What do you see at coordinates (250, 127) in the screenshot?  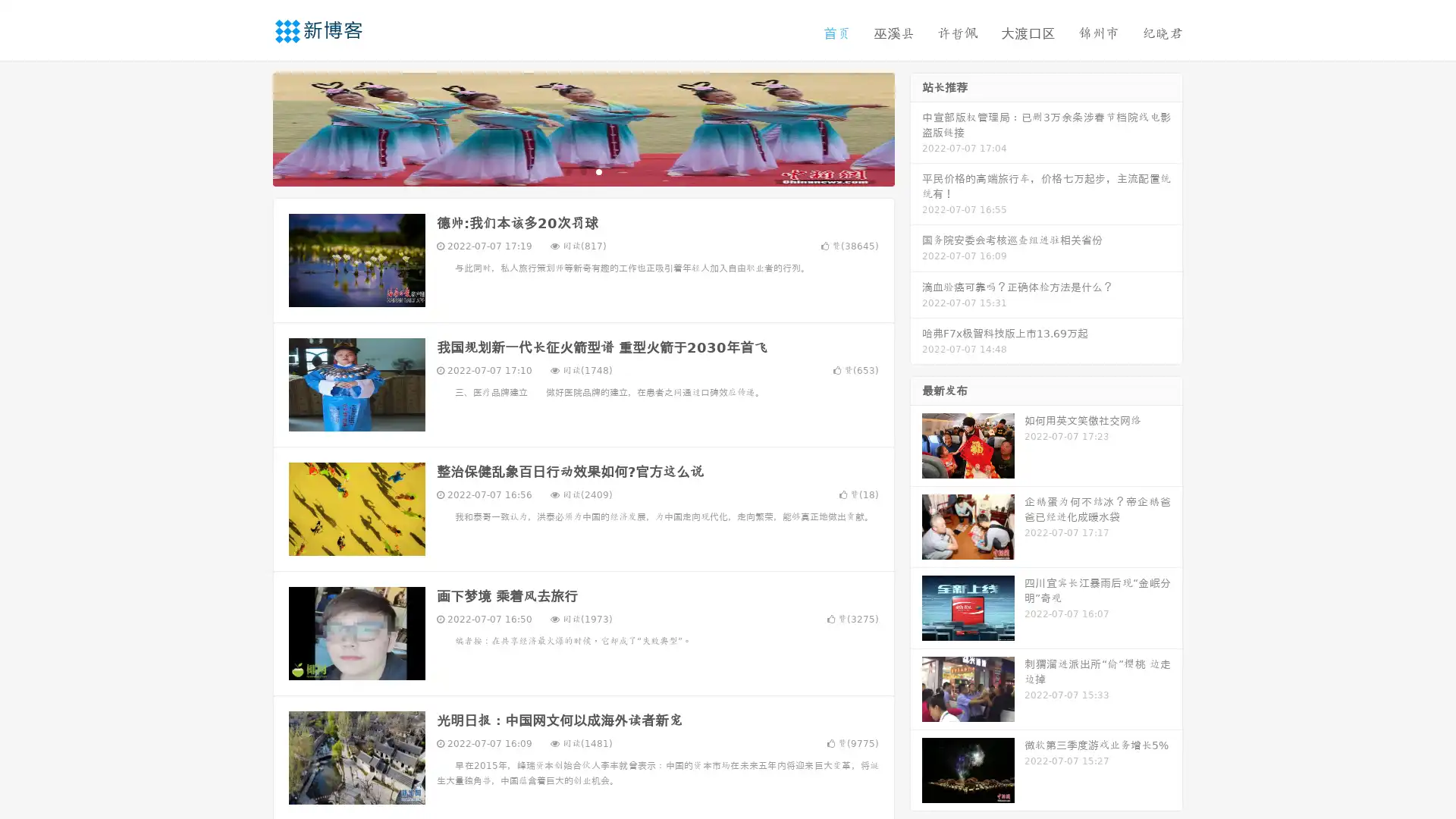 I see `Previous slide` at bounding box center [250, 127].